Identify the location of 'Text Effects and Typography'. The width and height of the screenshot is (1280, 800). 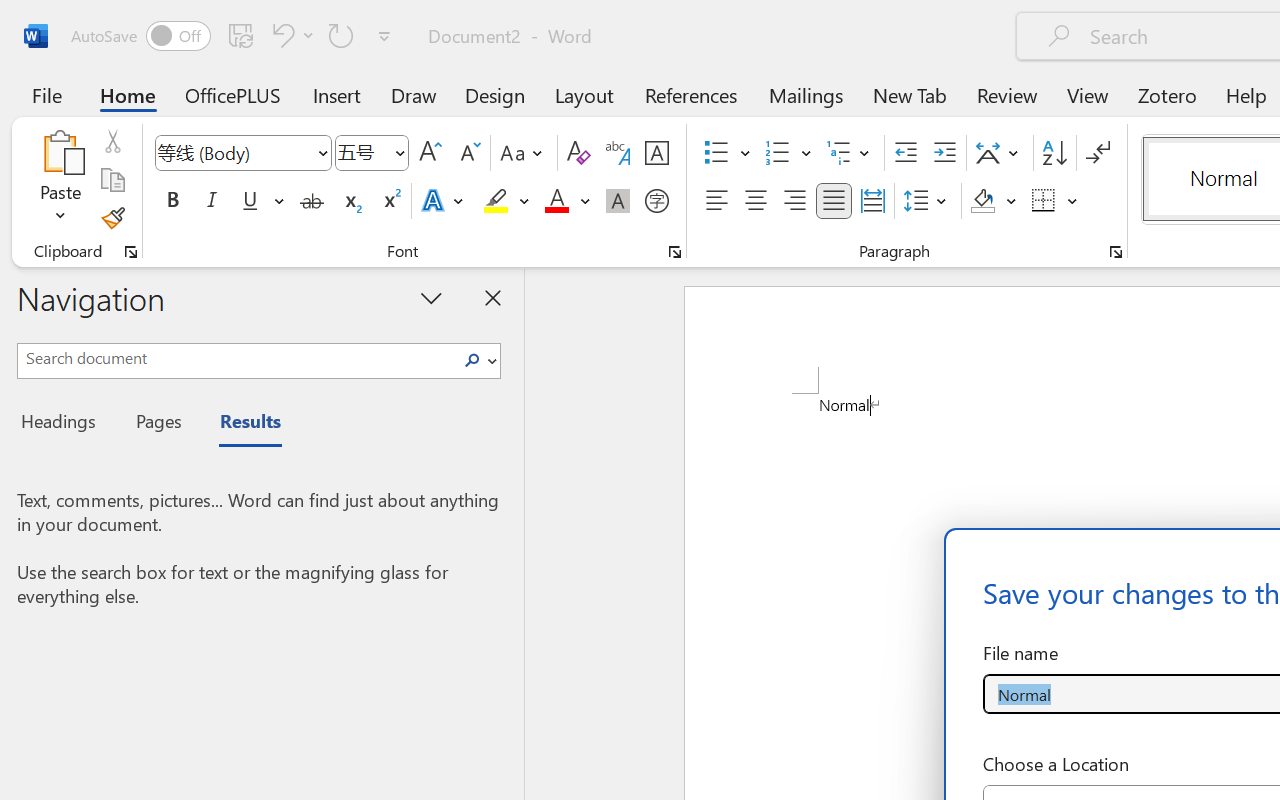
(443, 201).